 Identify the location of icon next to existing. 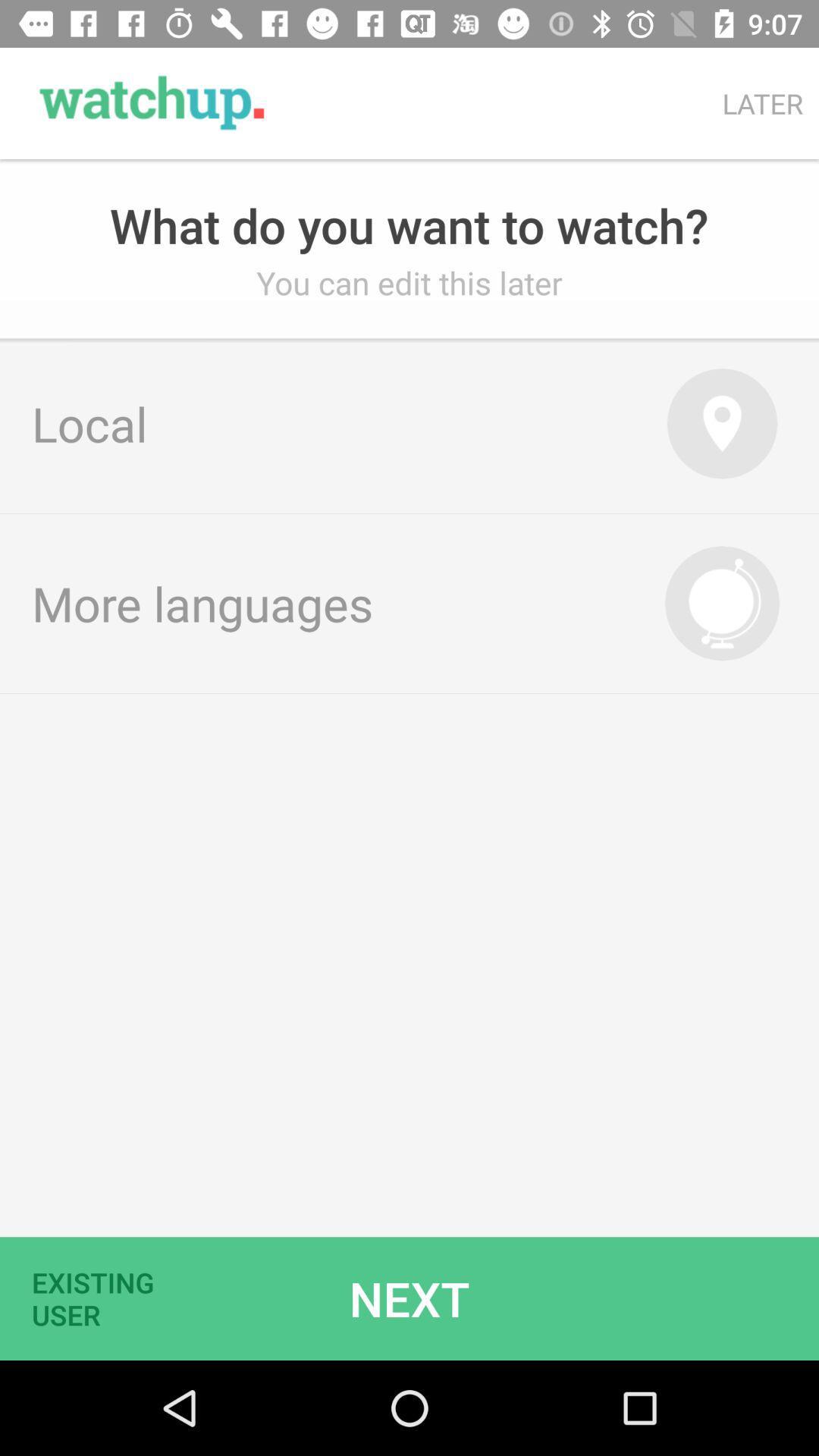
(409, 1298).